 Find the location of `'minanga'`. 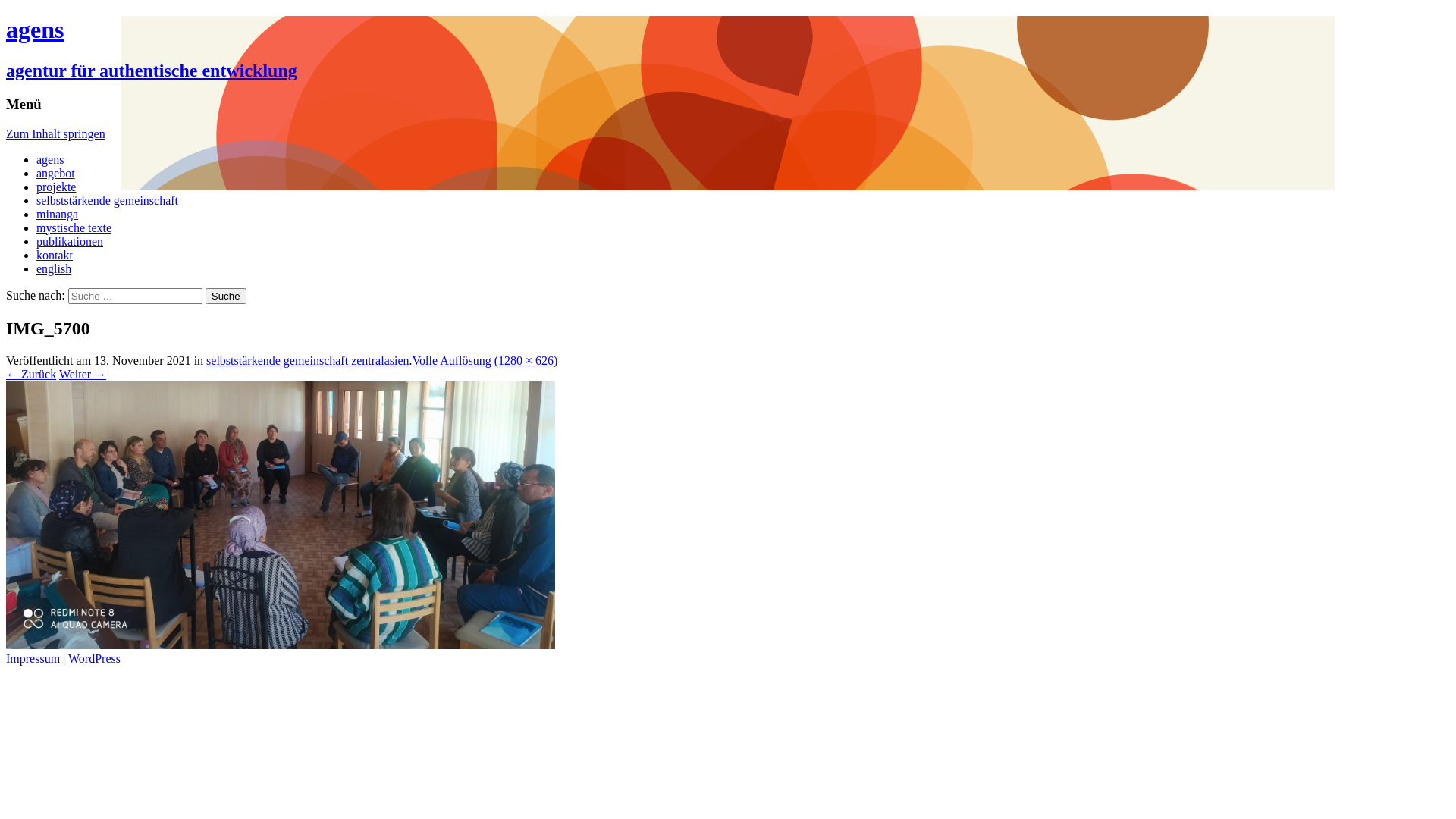

'minanga' is located at coordinates (57, 214).